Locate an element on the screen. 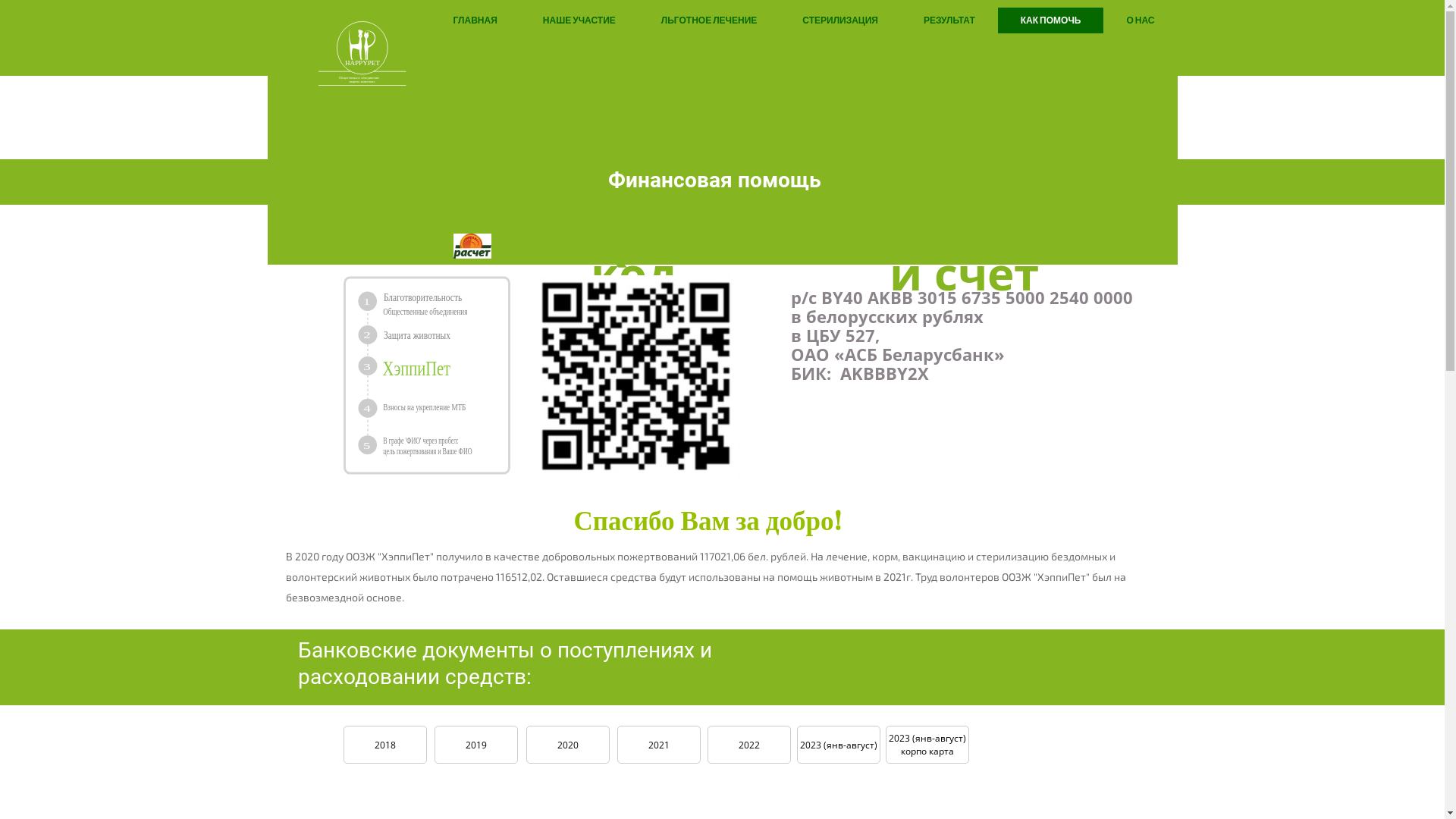  '2018' is located at coordinates (384, 744).